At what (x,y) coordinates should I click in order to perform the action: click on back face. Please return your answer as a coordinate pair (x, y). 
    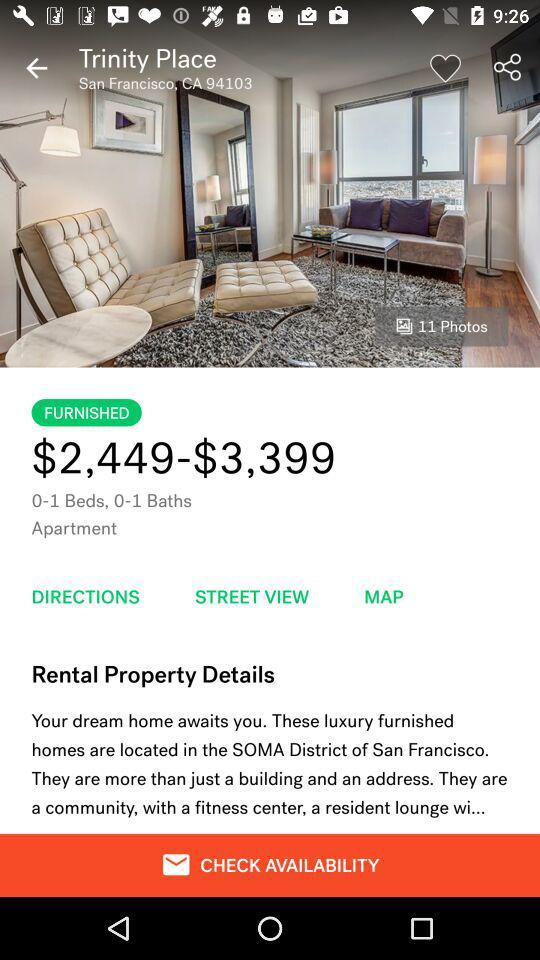
    Looking at the image, I should click on (36, 68).